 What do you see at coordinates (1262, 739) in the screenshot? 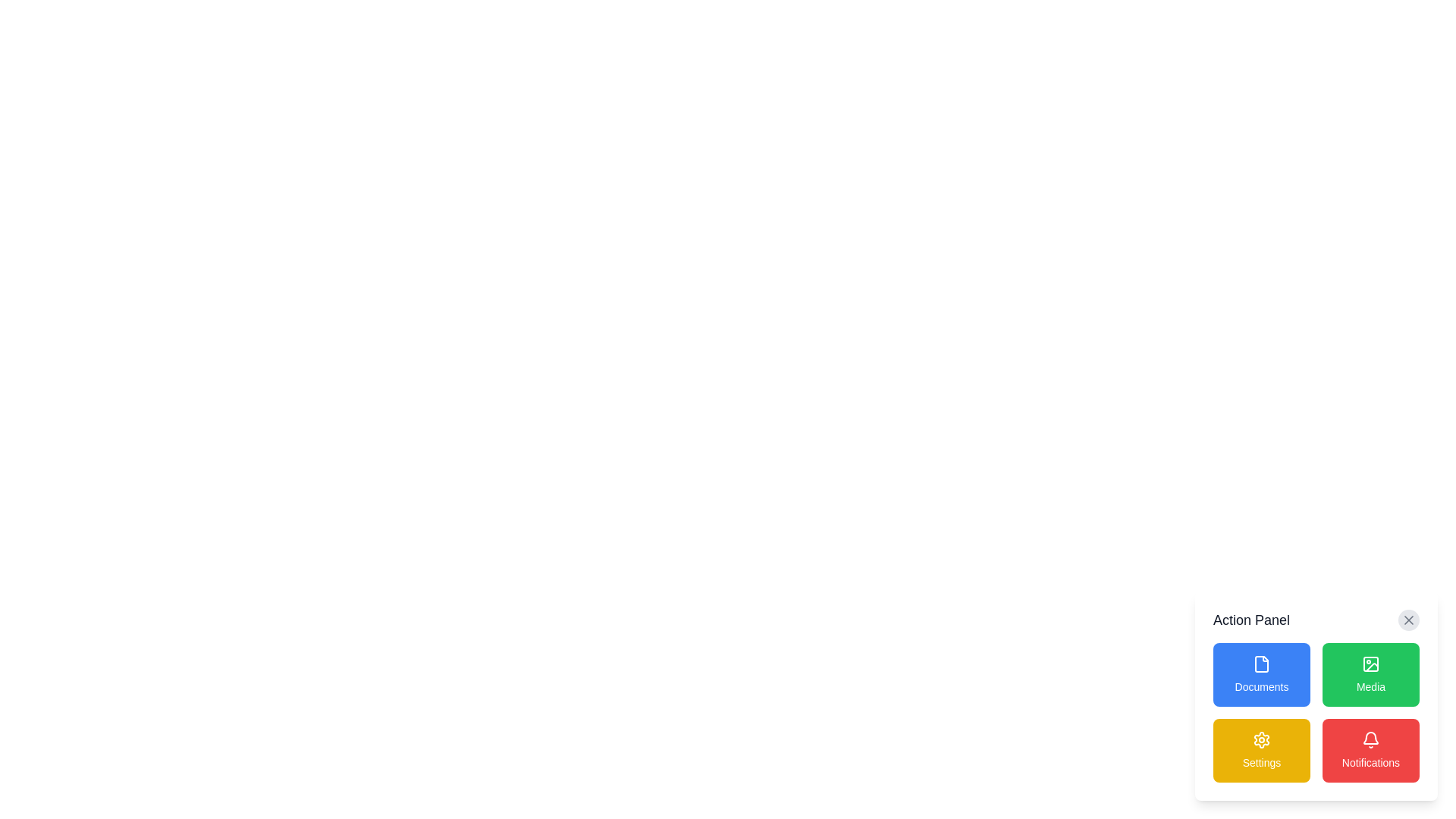
I see `the gear icon in the 'Settings' section of the Action Panel` at bounding box center [1262, 739].